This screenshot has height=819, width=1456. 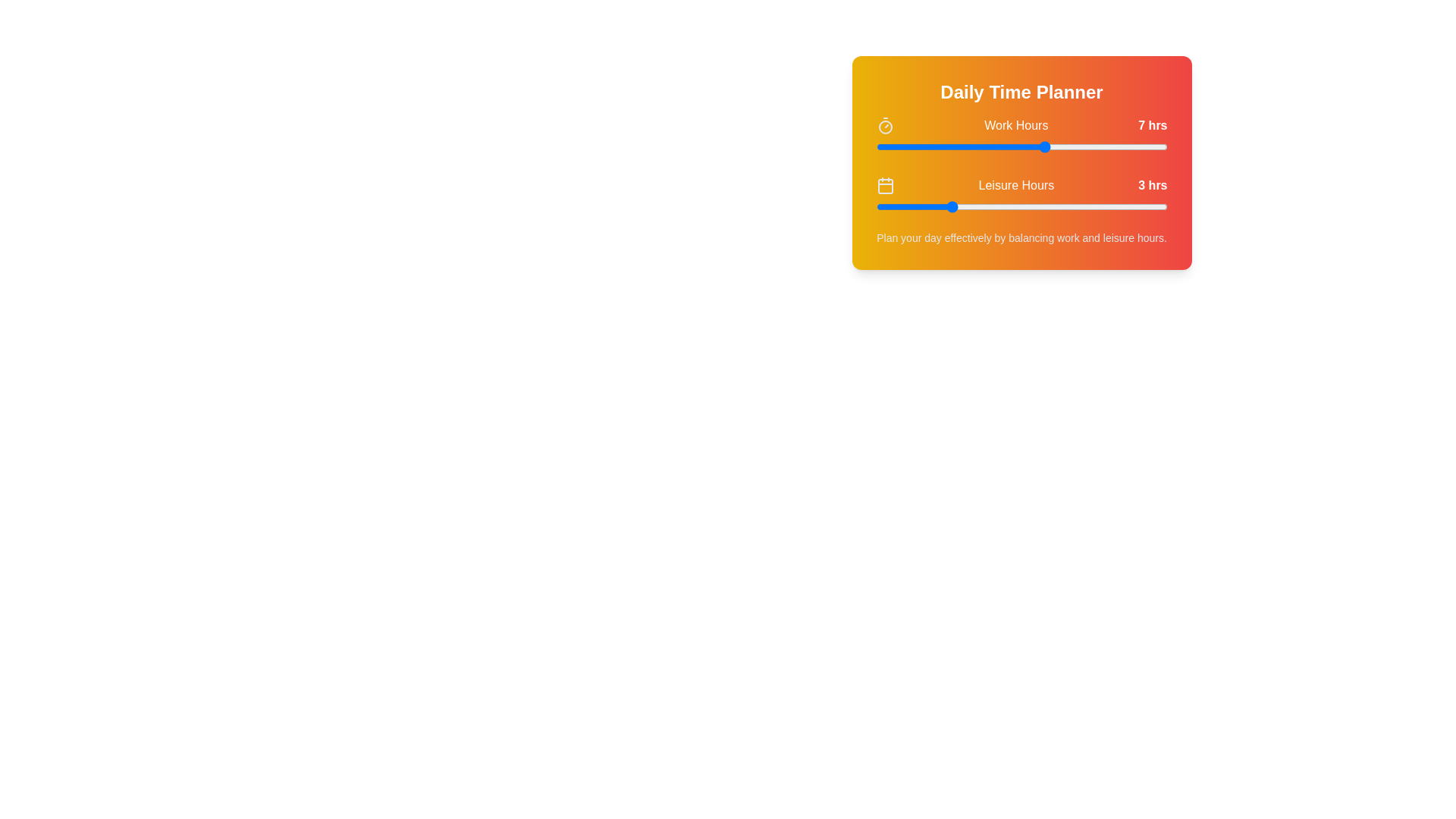 I want to click on work hours, so click(x=997, y=146).